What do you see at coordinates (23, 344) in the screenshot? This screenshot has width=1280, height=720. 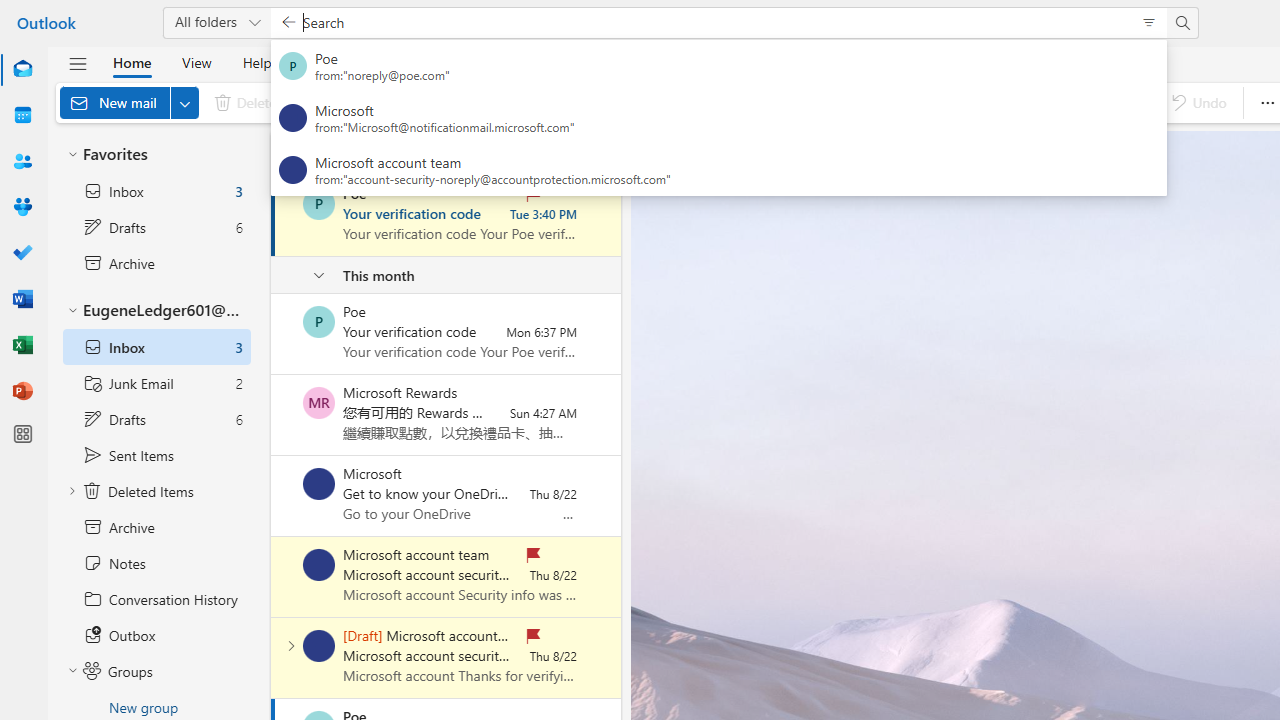 I see `'Excel'` at bounding box center [23, 344].